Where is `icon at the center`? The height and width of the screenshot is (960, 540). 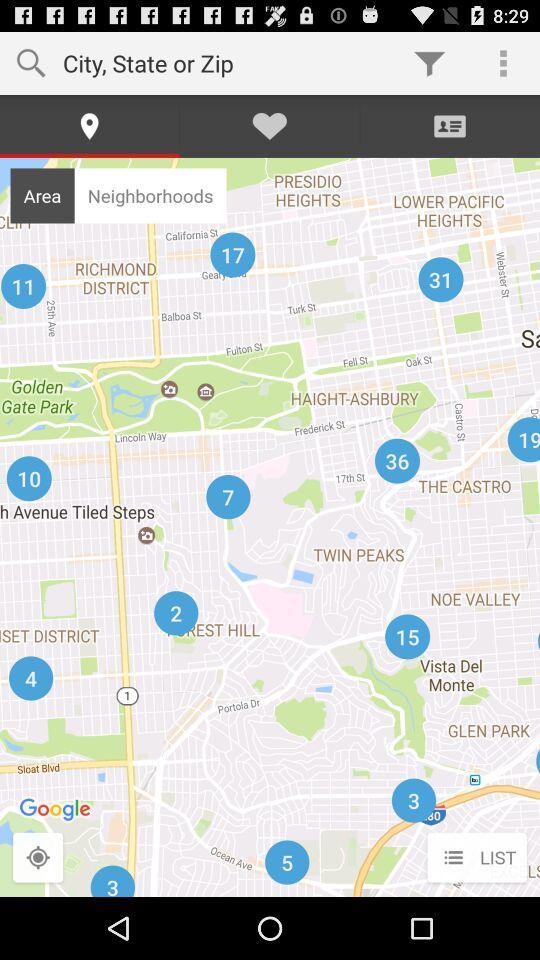
icon at the center is located at coordinates (270, 526).